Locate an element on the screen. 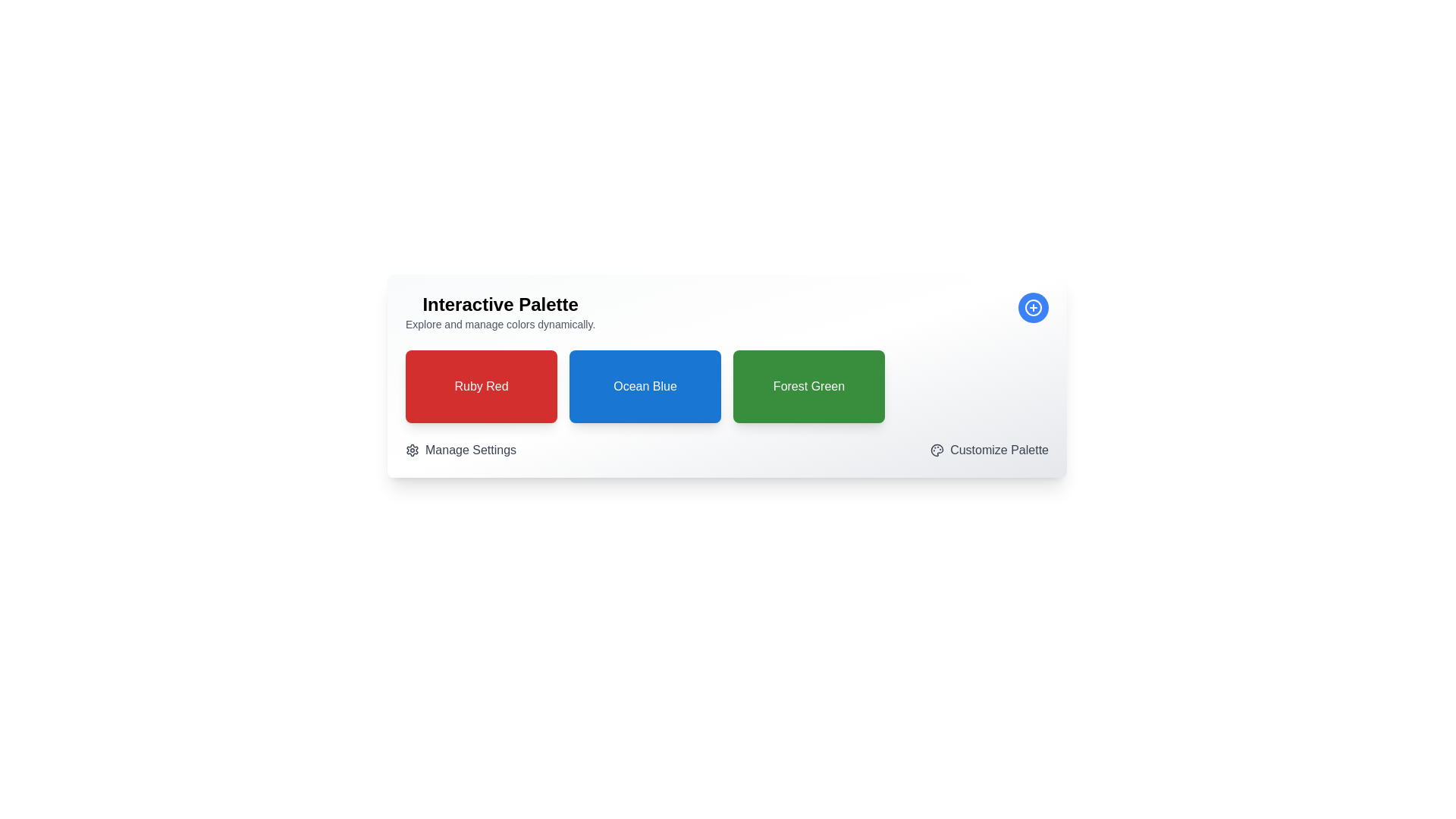 The height and width of the screenshot is (819, 1456). the painter's palette icon located in the 'Customize Palette' section in the lower-right corner to use its visual for guidance to interact with nearby elements is located at coordinates (937, 450).